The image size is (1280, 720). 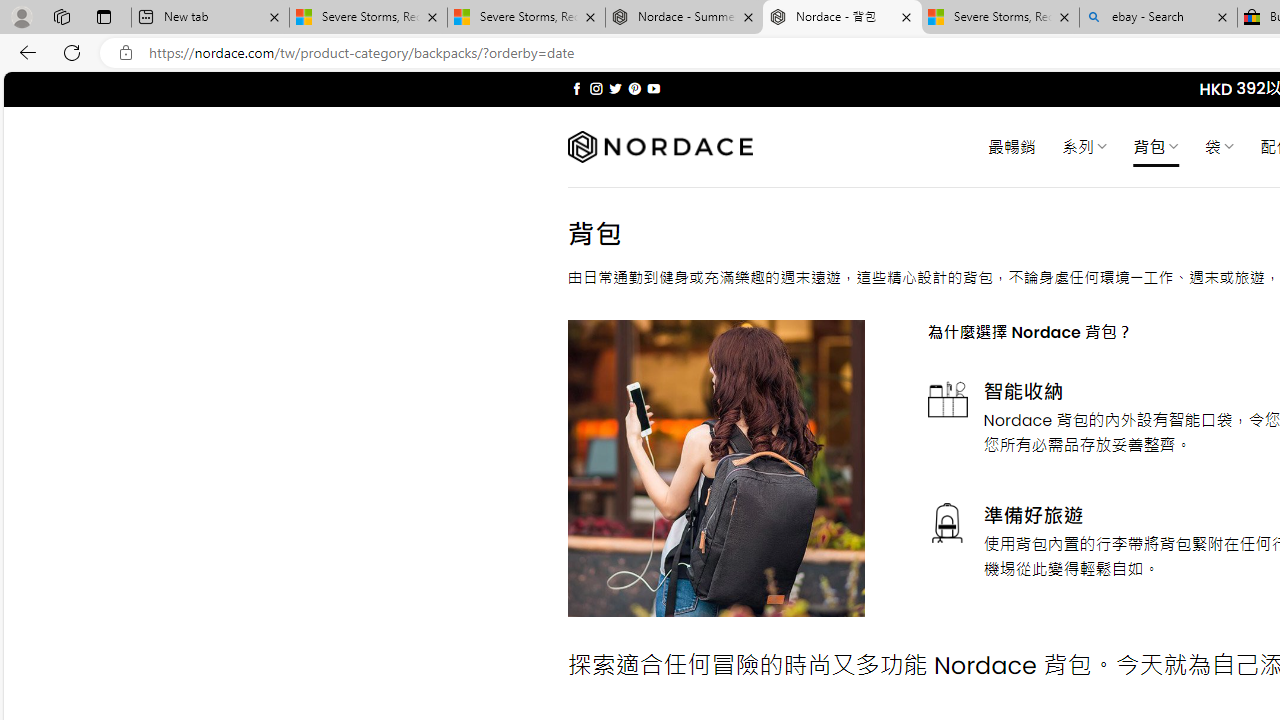 What do you see at coordinates (633, 88) in the screenshot?
I see `'Follow on Pinterest'` at bounding box center [633, 88].